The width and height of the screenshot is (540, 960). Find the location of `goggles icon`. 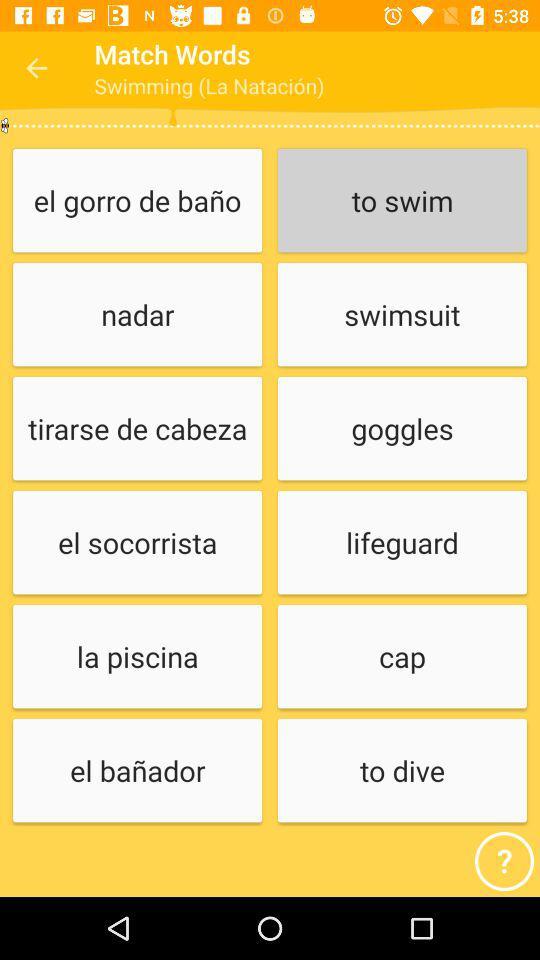

goggles icon is located at coordinates (402, 429).